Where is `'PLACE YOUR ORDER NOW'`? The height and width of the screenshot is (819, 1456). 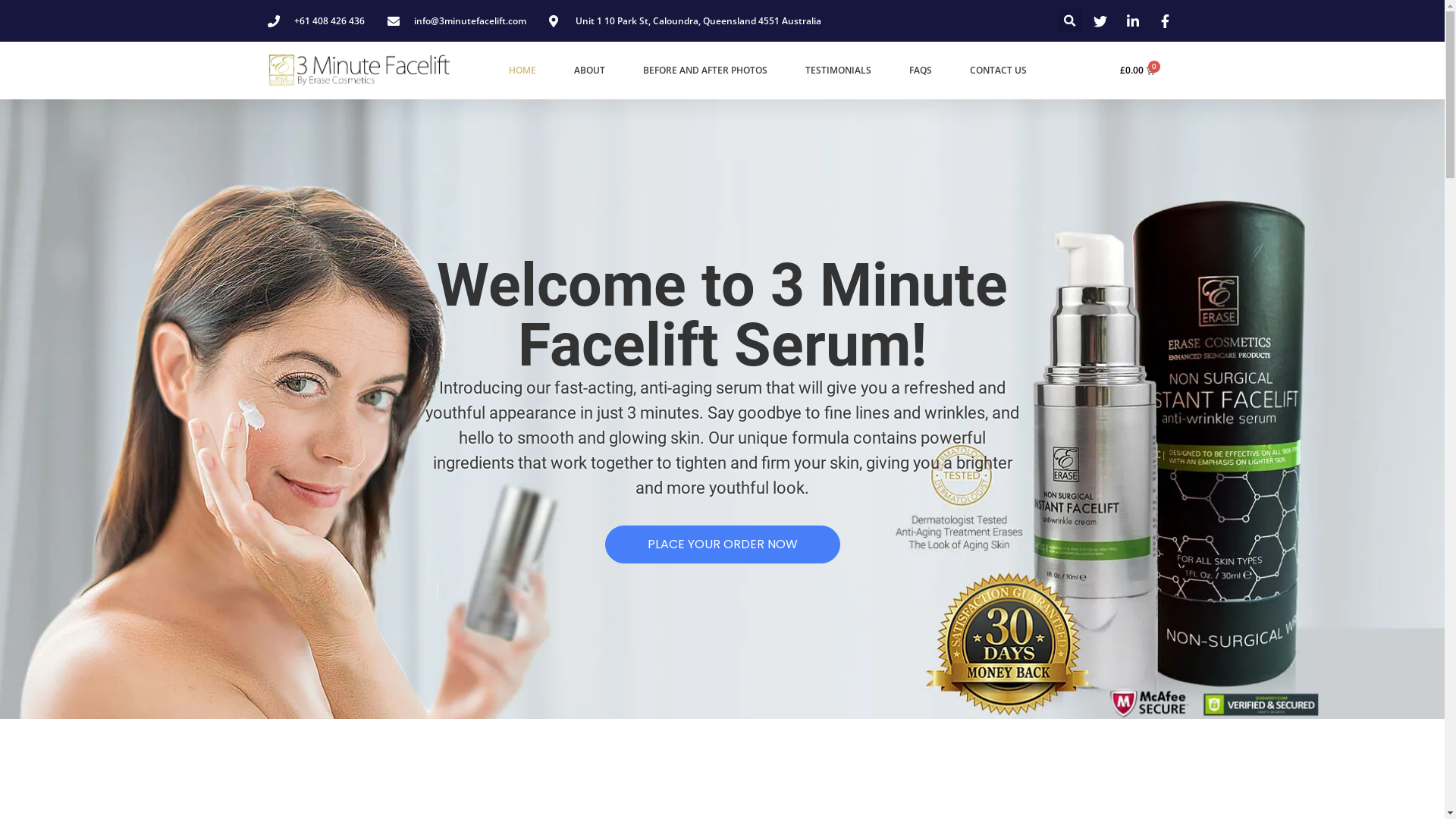
'PLACE YOUR ORDER NOW' is located at coordinates (722, 543).